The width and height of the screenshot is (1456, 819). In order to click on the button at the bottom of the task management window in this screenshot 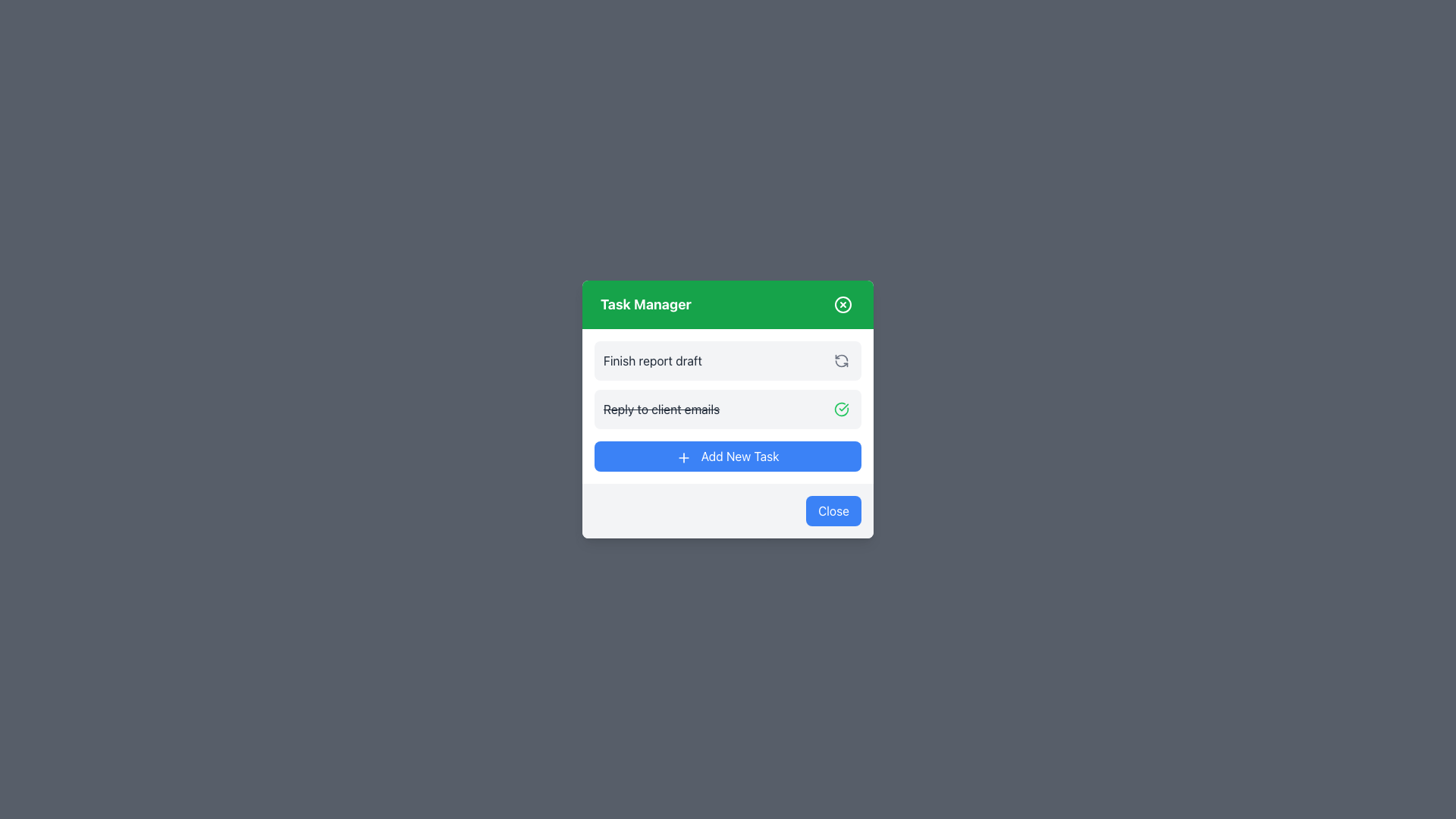, I will do `click(728, 455)`.